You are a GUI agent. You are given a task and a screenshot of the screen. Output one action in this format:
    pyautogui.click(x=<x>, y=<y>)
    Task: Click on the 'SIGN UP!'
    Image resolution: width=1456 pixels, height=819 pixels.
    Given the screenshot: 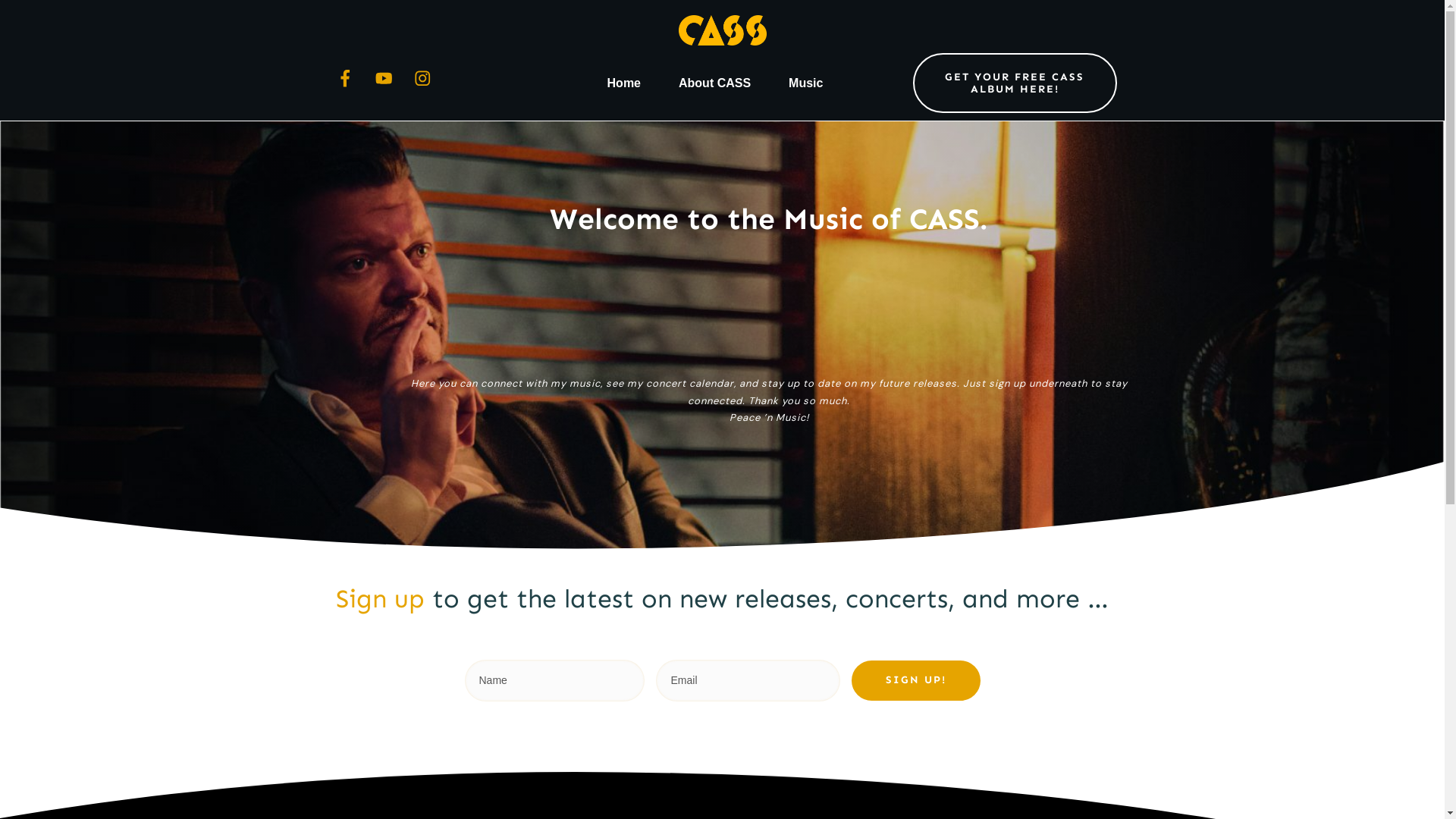 What is the action you would take?
    pyautogui.click(x=915, y=679)
    